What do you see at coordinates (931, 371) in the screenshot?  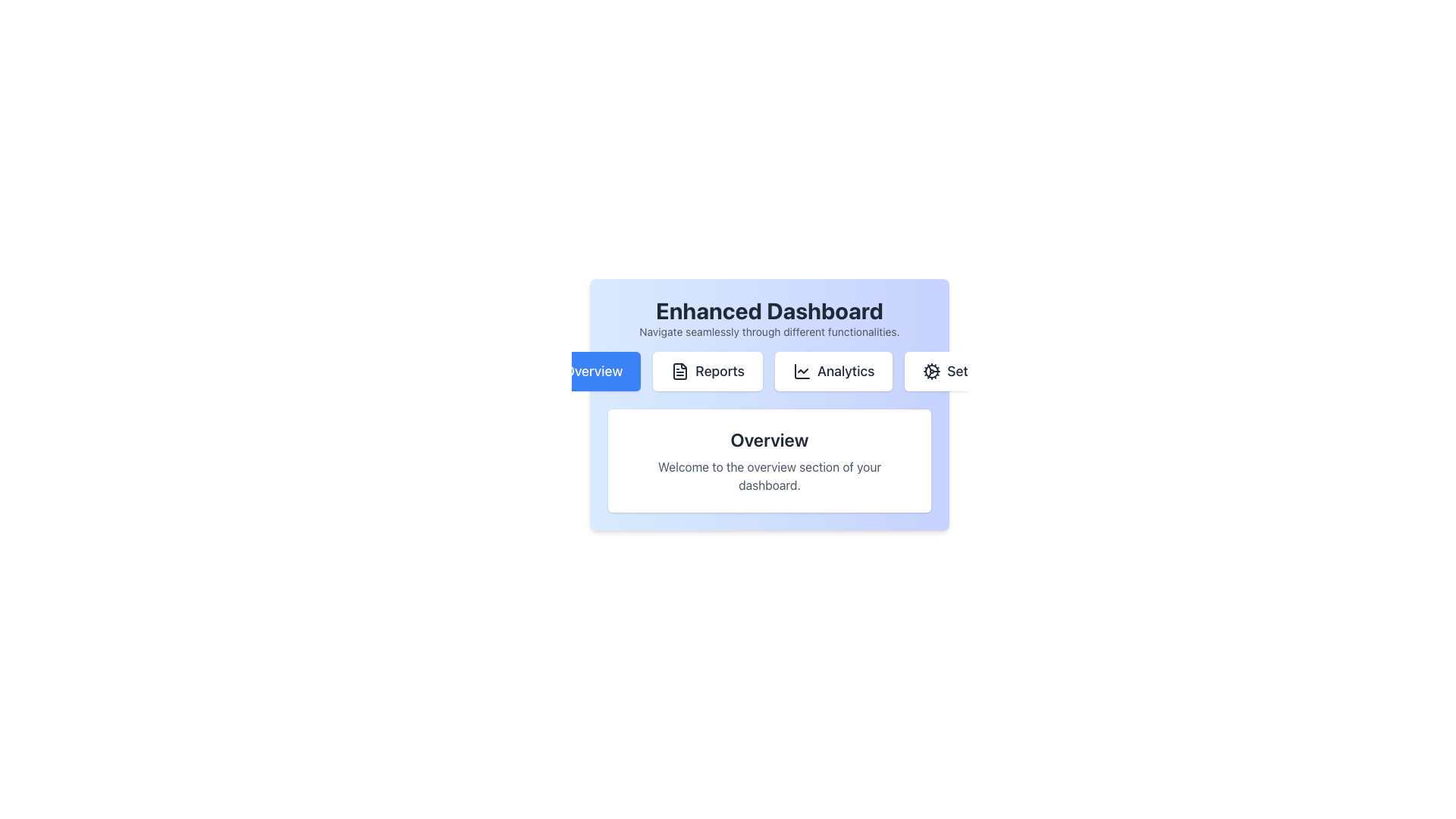 I see `the cogwheel icon in the upper-right section of the navigation bar` at bounding box center [931, 371].